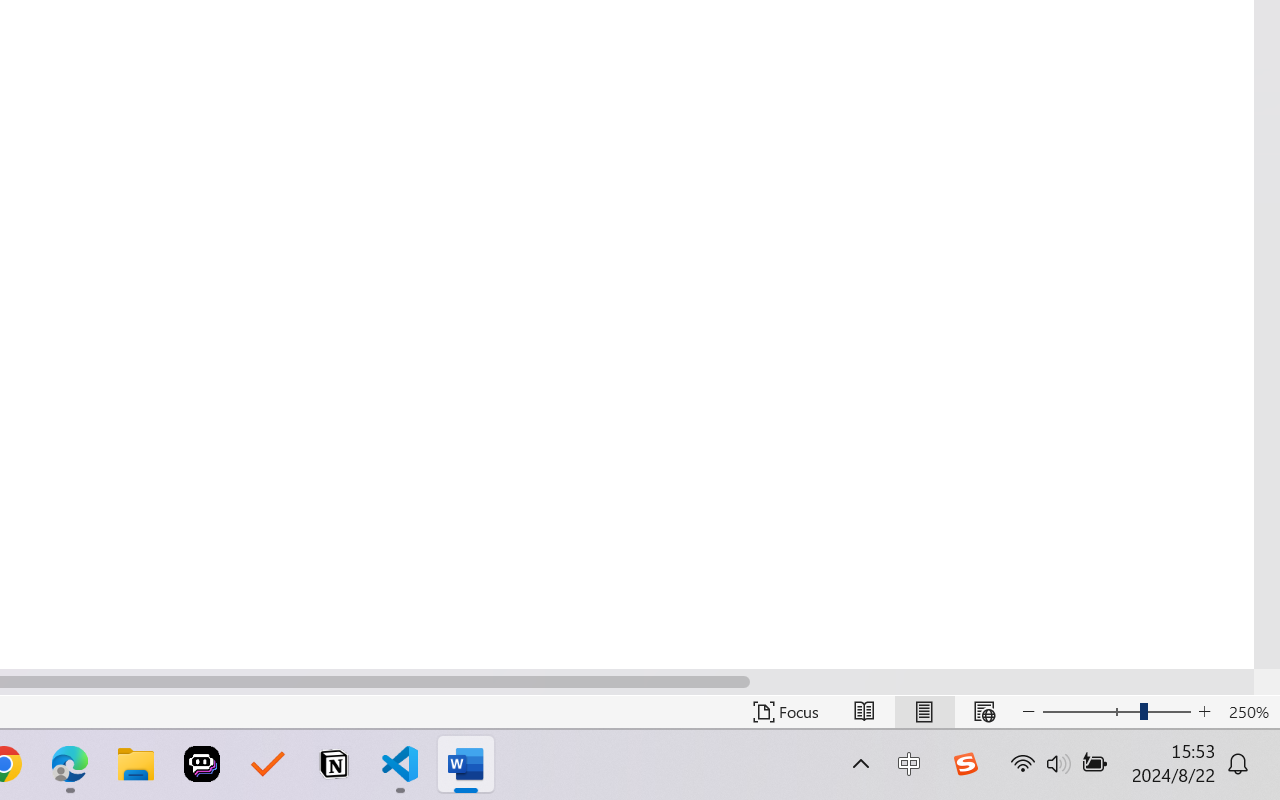 The height and width of the screenshot is (800, 1280). What do you see at coordinates (984, 711) in the screenshot?
I see `'Web Layout'` at bounding box center [984, 711].